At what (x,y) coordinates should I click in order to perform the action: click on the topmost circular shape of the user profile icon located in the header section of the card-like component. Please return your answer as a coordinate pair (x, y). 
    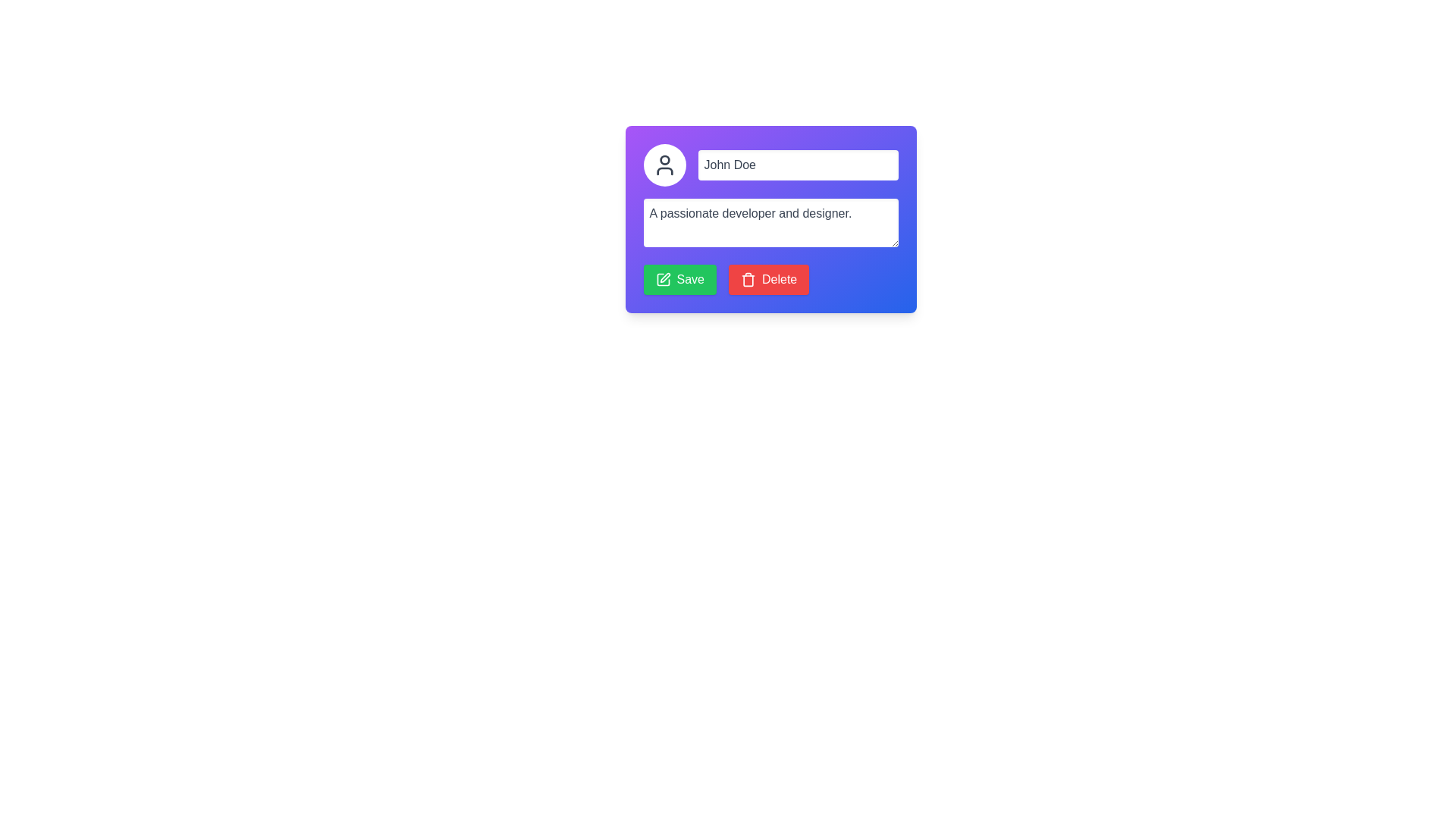
    Looking at the image, I should click on (664, 160).